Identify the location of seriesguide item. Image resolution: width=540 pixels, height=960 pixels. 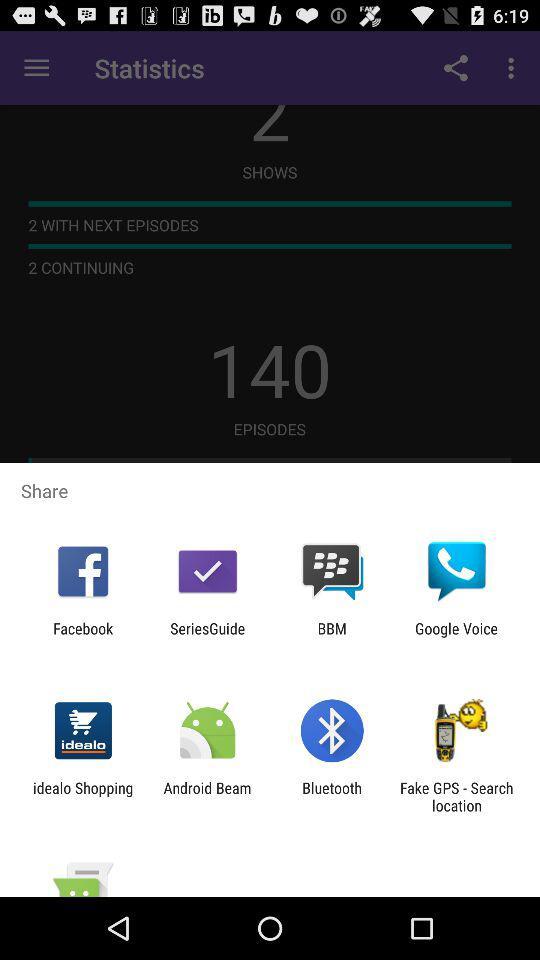
(206, 636).